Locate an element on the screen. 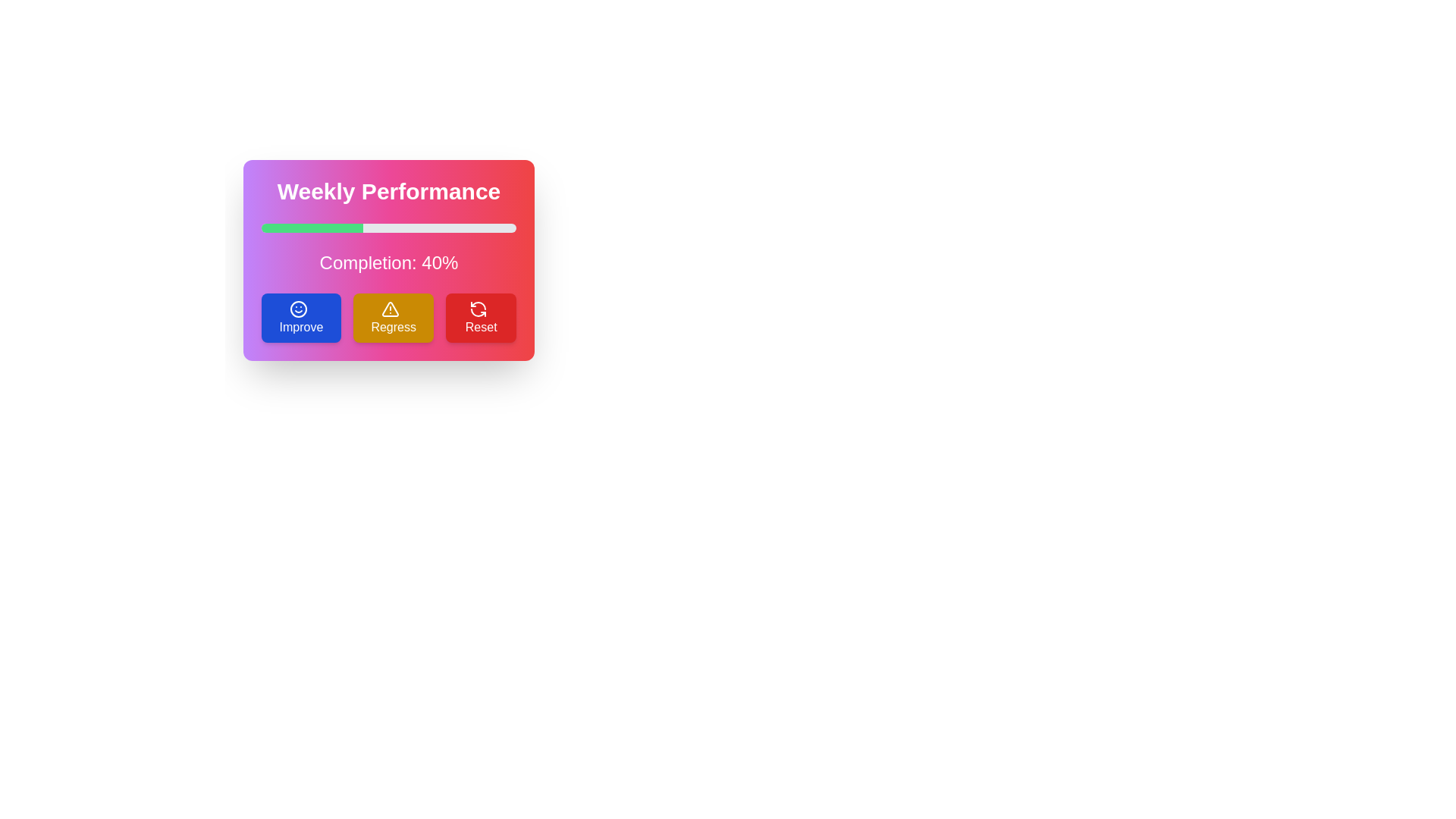  the 'Reset' button located at the bottom of the card titled 'Weekly Performance' is located at coordinates (477, 308).